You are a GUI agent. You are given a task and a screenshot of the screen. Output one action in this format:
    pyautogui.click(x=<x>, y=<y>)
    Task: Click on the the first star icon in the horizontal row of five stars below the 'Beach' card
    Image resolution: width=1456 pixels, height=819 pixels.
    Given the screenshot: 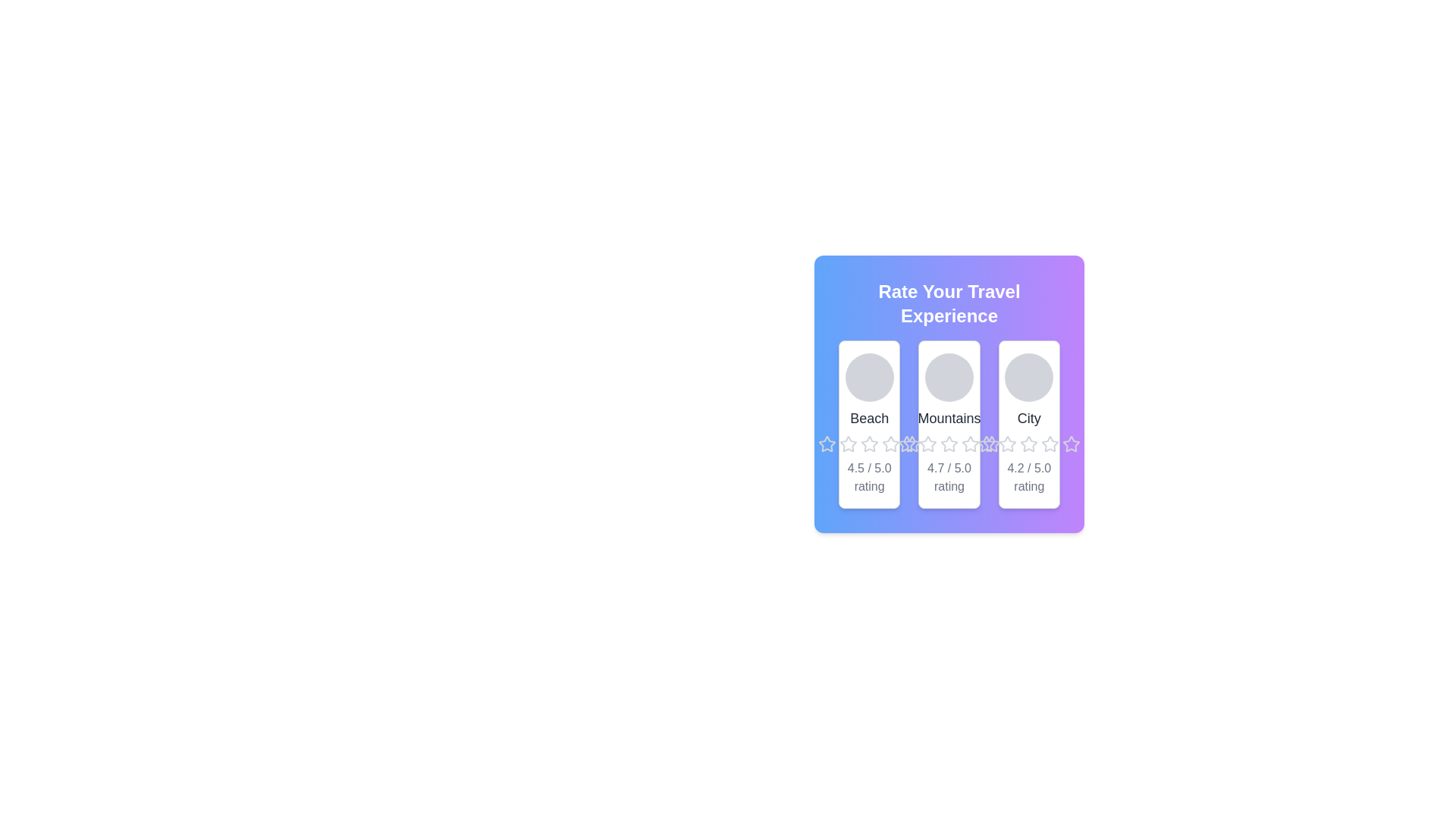 What is the action you would take?
    pyautogui.click(x=847, y=444)
    